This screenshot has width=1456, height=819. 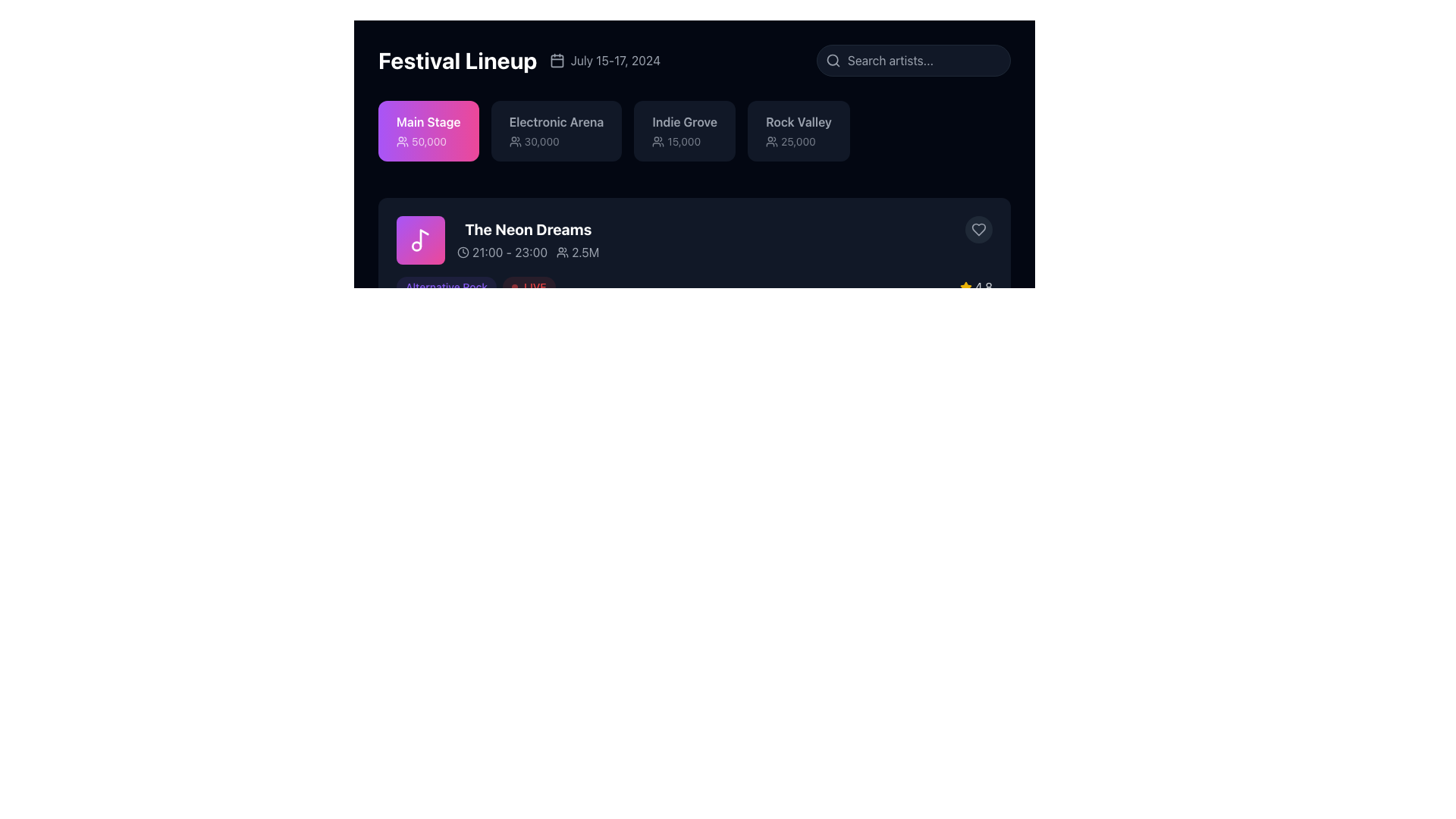 What do you see at coordinates (615, 60) in the screenshot?
I see `the static text label displaying the date 'July 15-17, 2024', which is positioned beside a calendar icon on a dark background` at bounding box center [615, 60].